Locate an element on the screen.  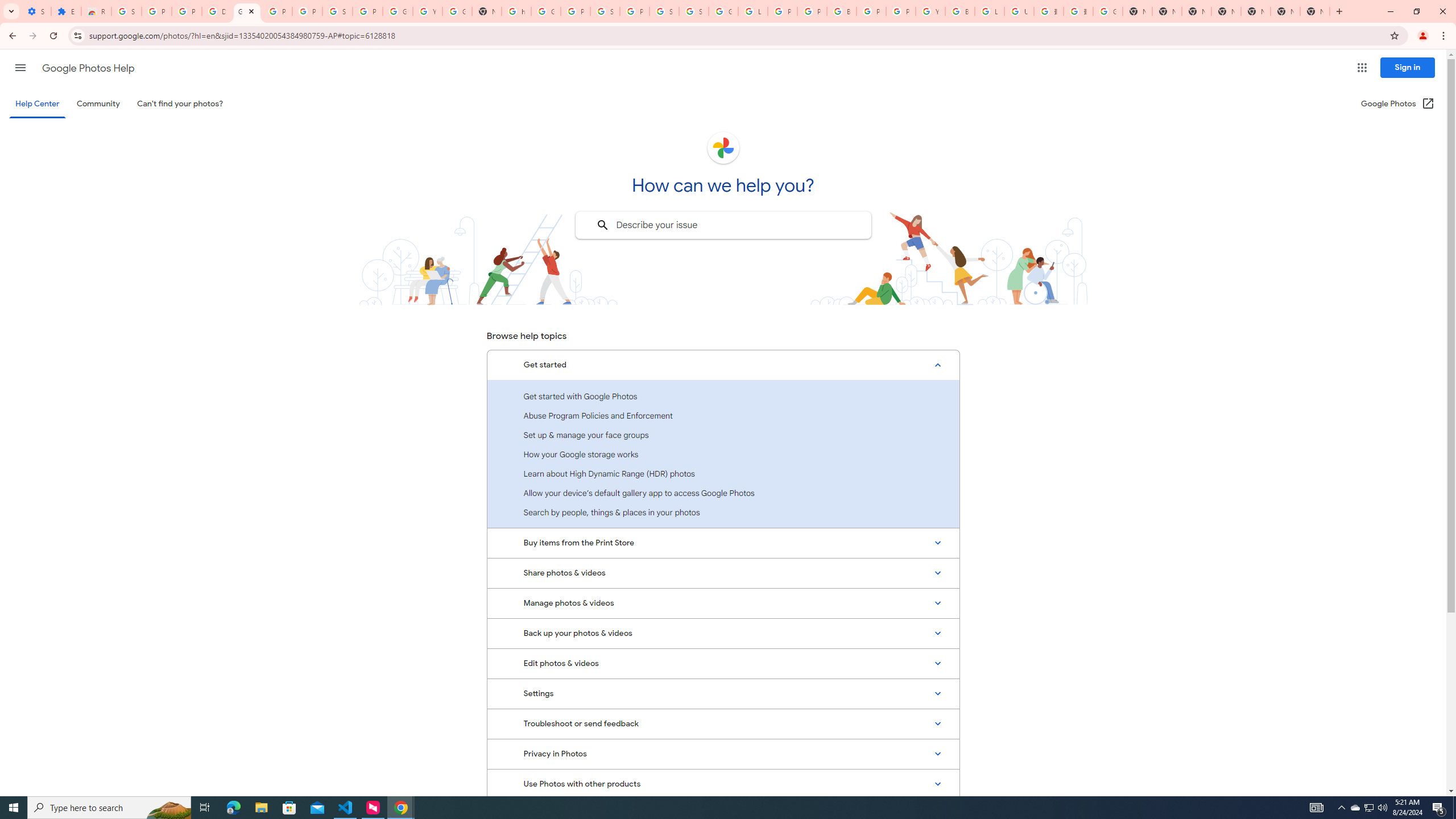
'Get started with Google Photos' is located at coordinates (723, 396).